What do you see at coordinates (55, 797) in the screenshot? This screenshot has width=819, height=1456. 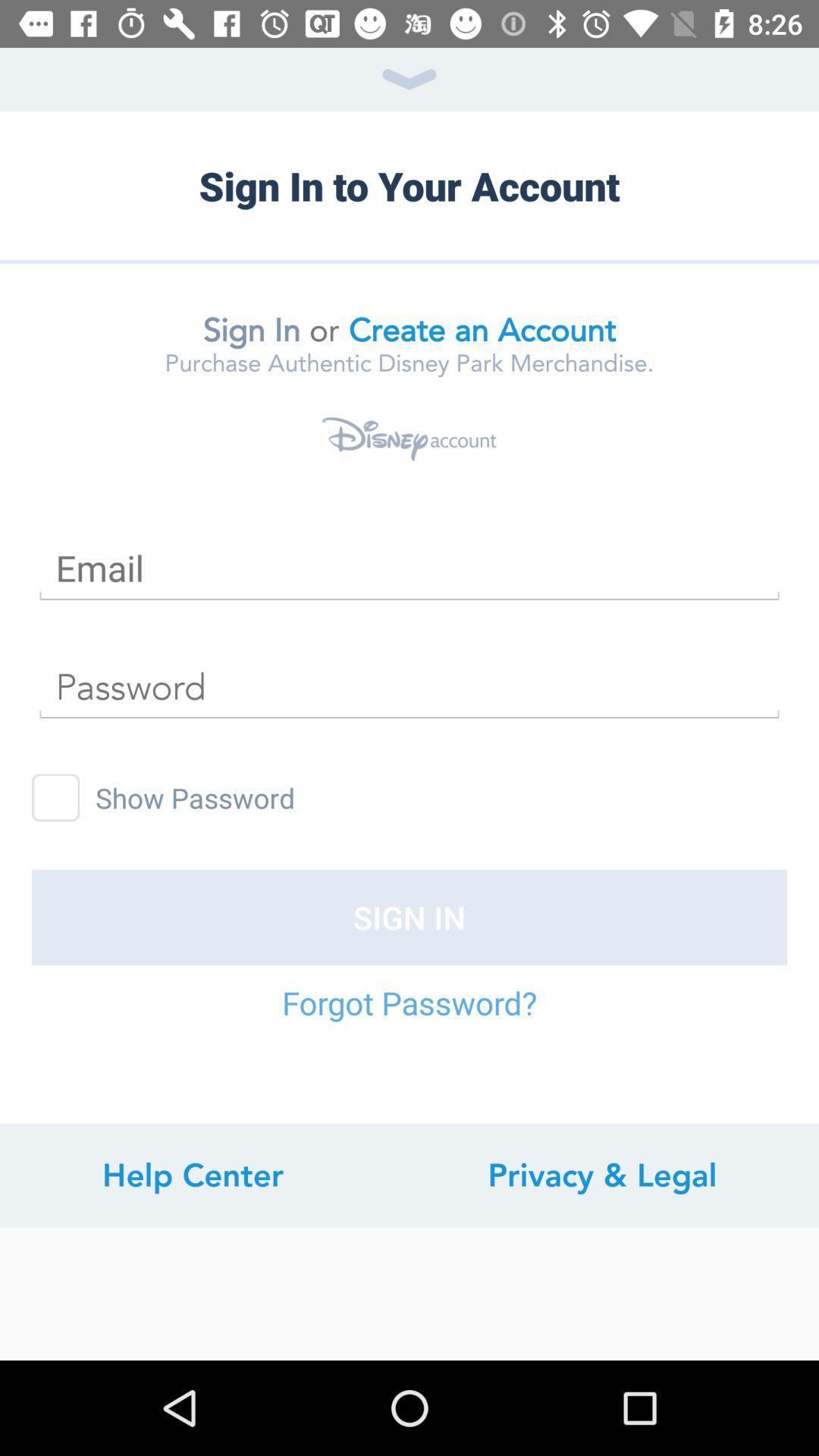 I see `item to the left of show password item` at bounding box center [55, 797].